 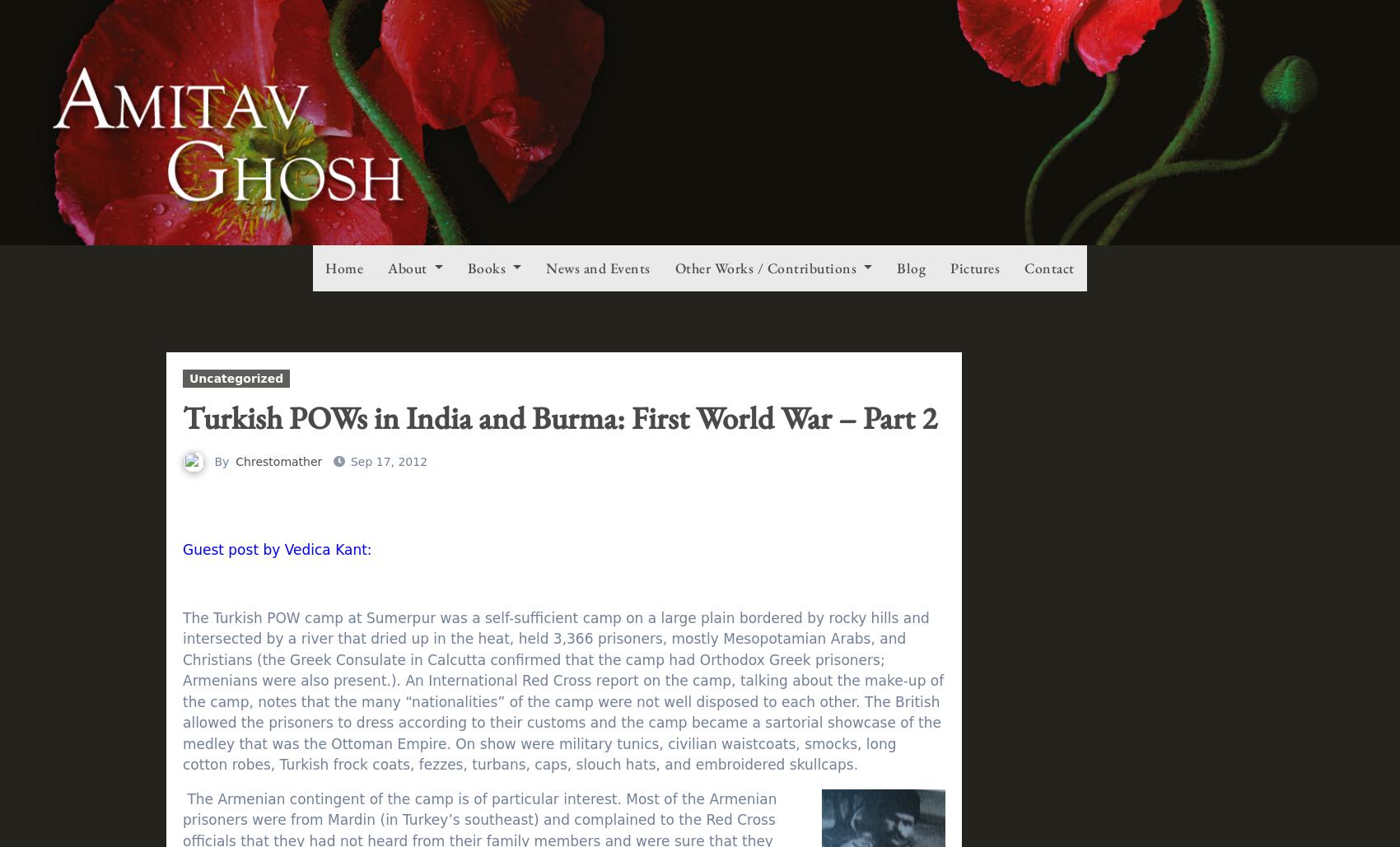 What do you see at coordinates (1147, 49) in the screenshot?
I see `'17'` at bounding box center [1147, 49].